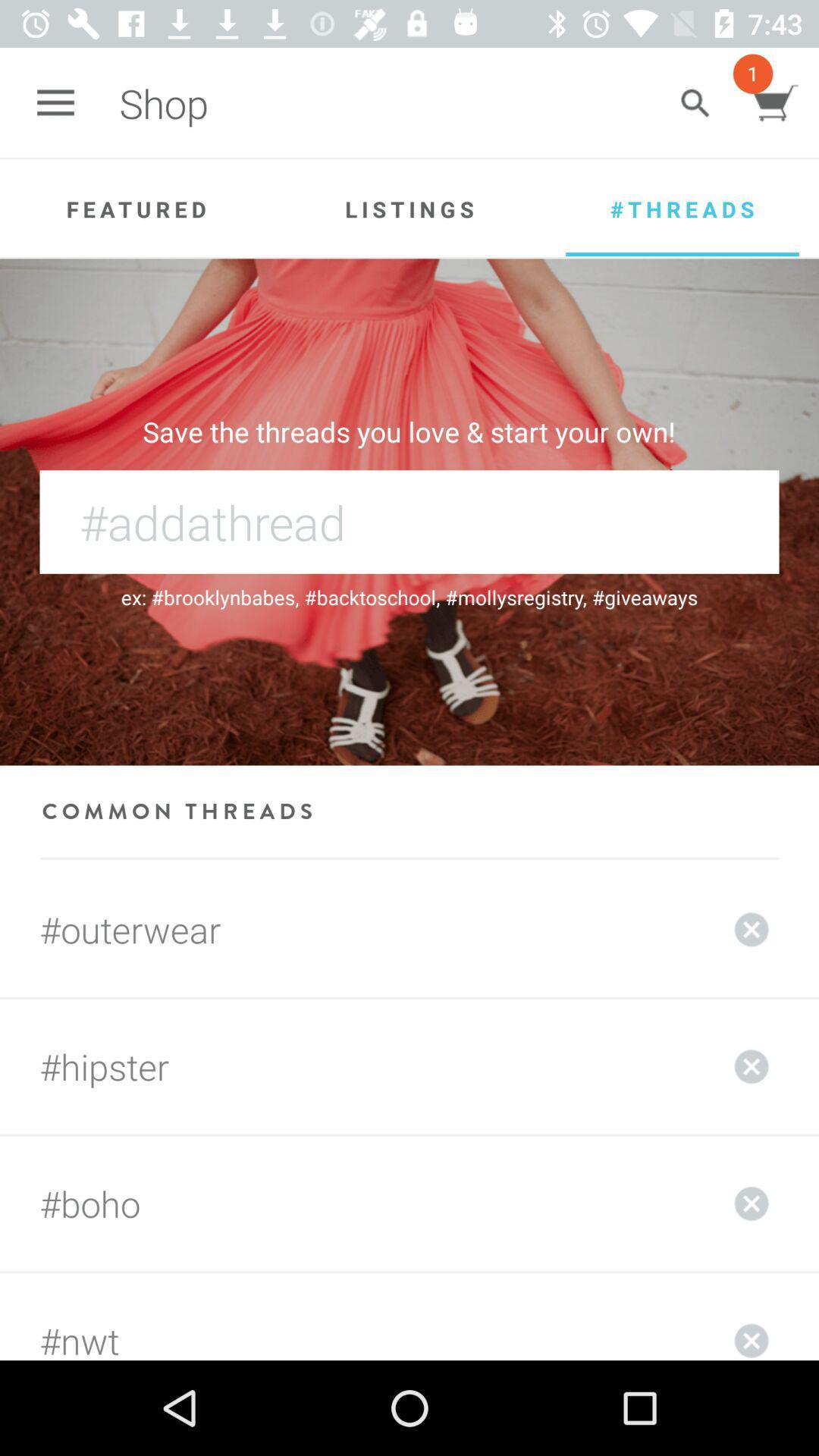  I want to click on the thread name, so click(409, 522).